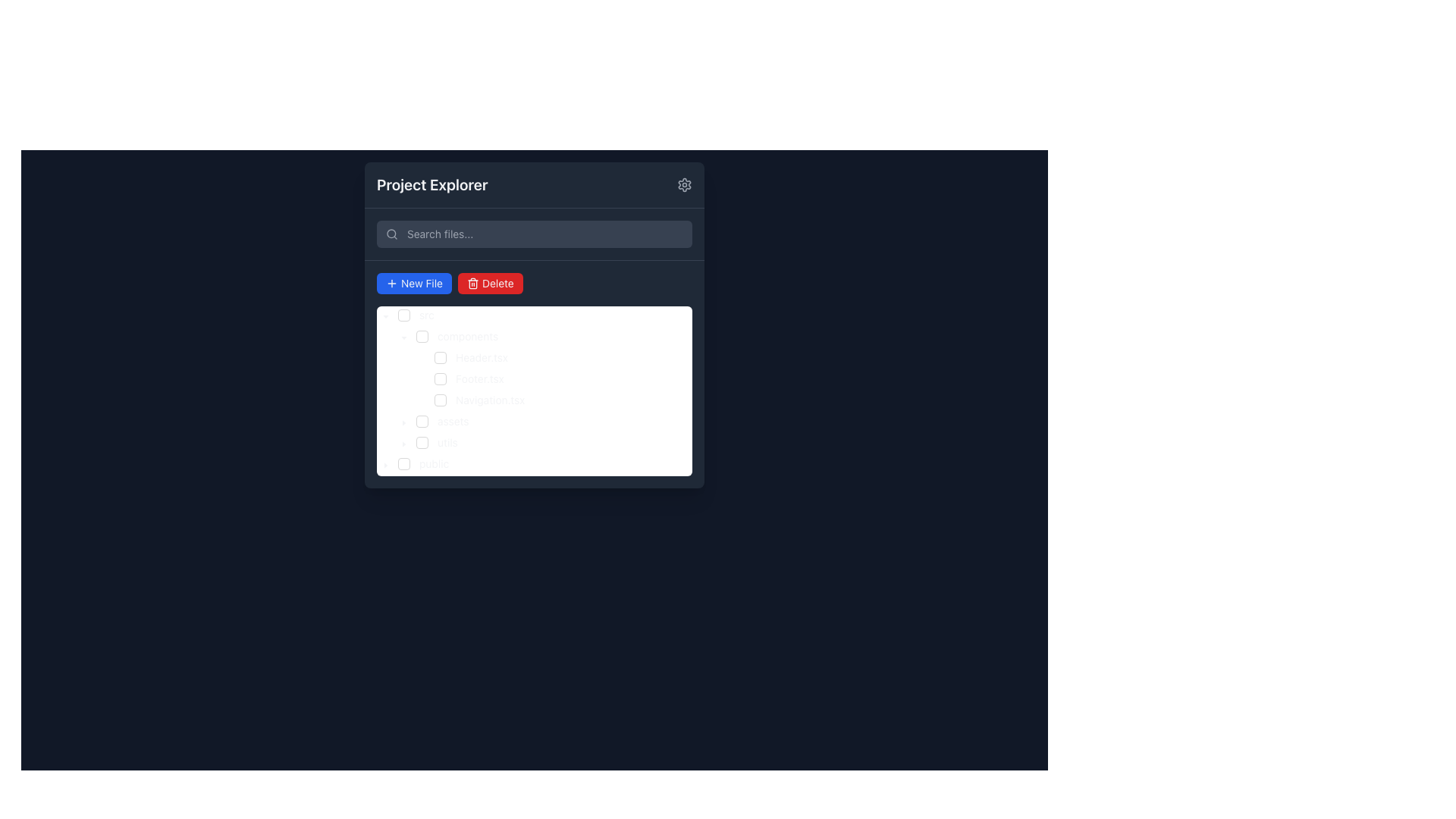  I want to click on the tree toggle icon adjacent to the label 'assets' for navigation, so click(403, 421).